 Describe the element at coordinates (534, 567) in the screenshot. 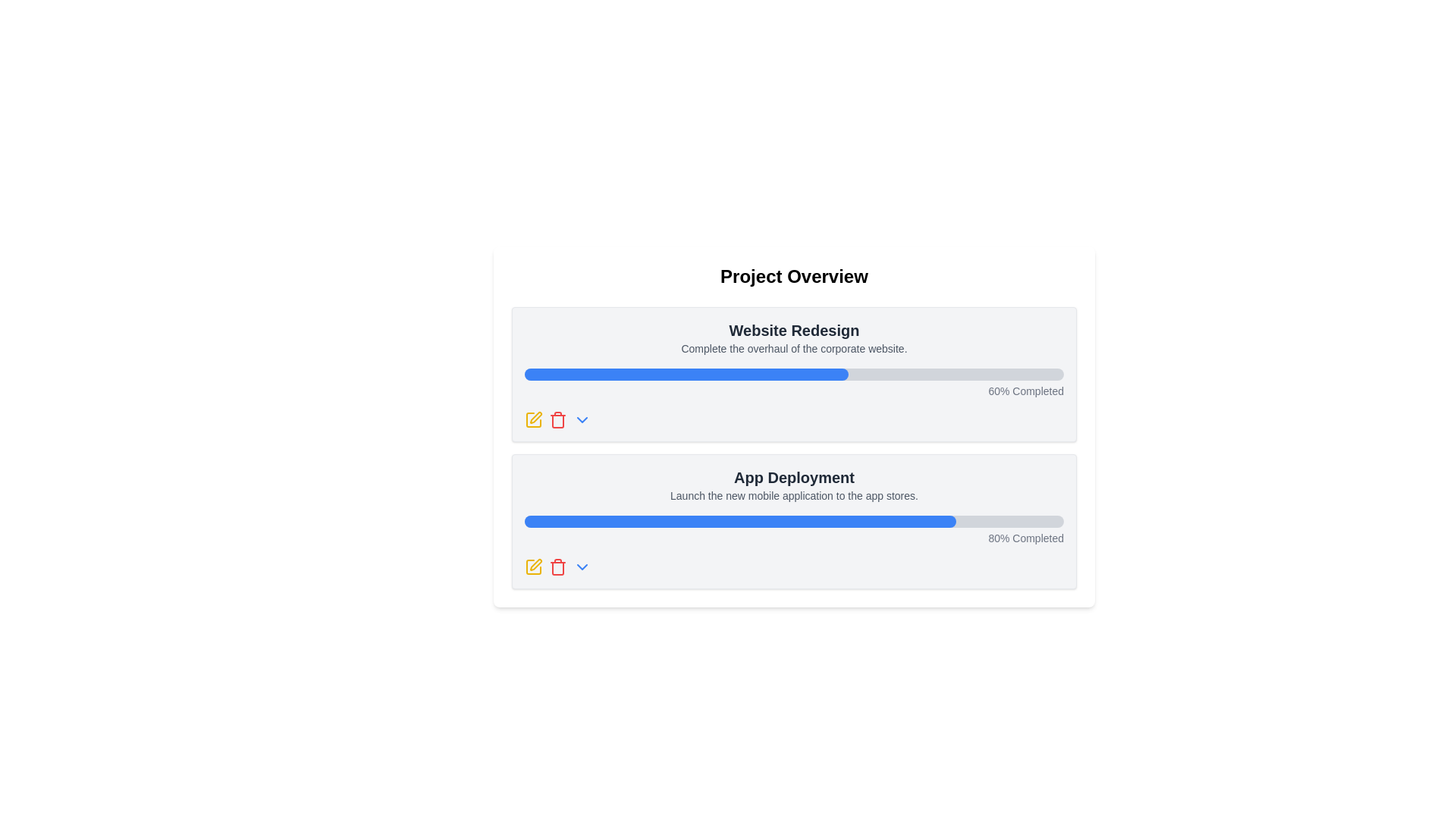

I see `the edit button icon located at the bottom right corner of the 'App Deployment' section` at that location.